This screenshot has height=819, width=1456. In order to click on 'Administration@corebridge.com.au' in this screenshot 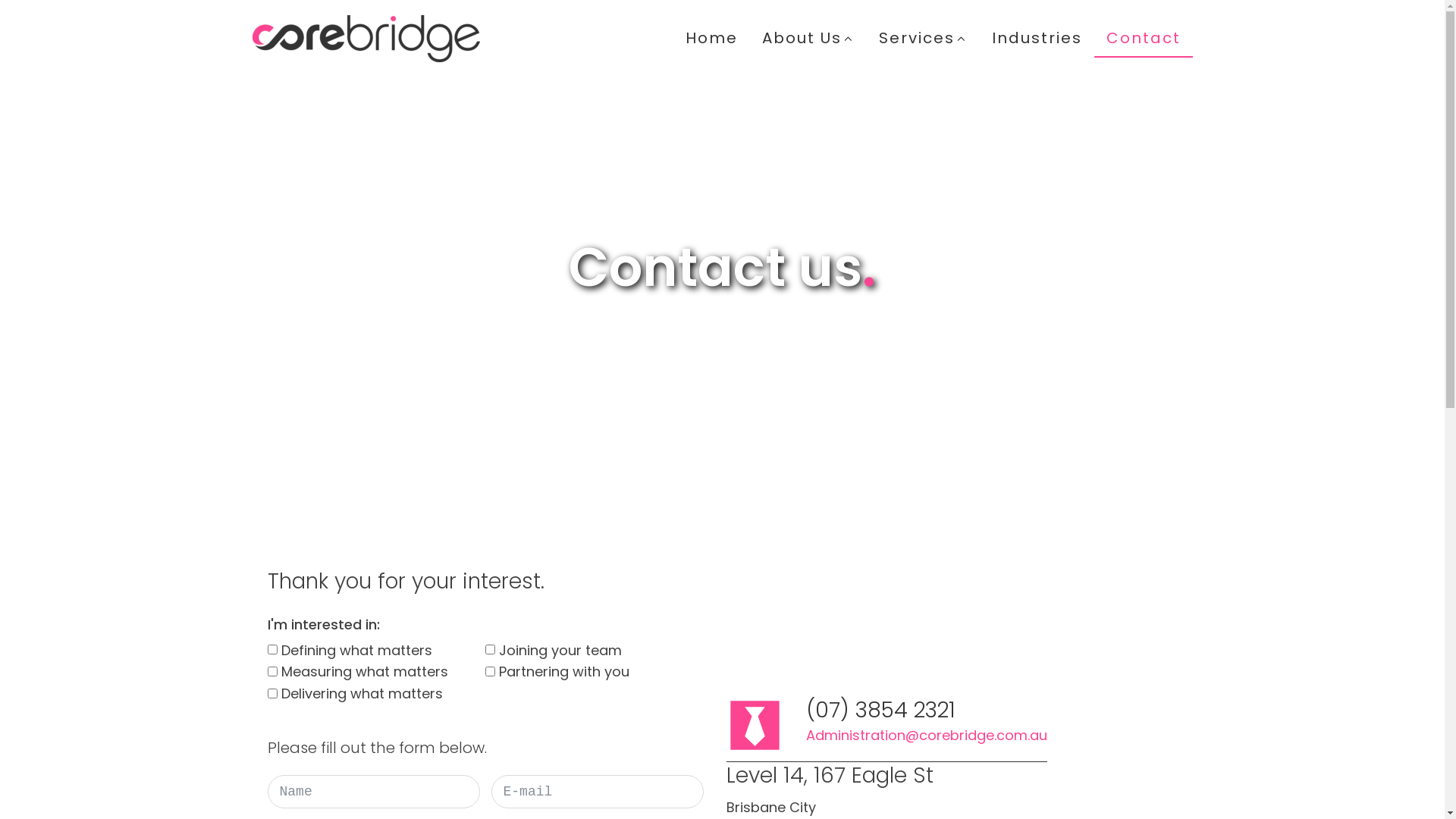, I will do `click(924, 735)`.